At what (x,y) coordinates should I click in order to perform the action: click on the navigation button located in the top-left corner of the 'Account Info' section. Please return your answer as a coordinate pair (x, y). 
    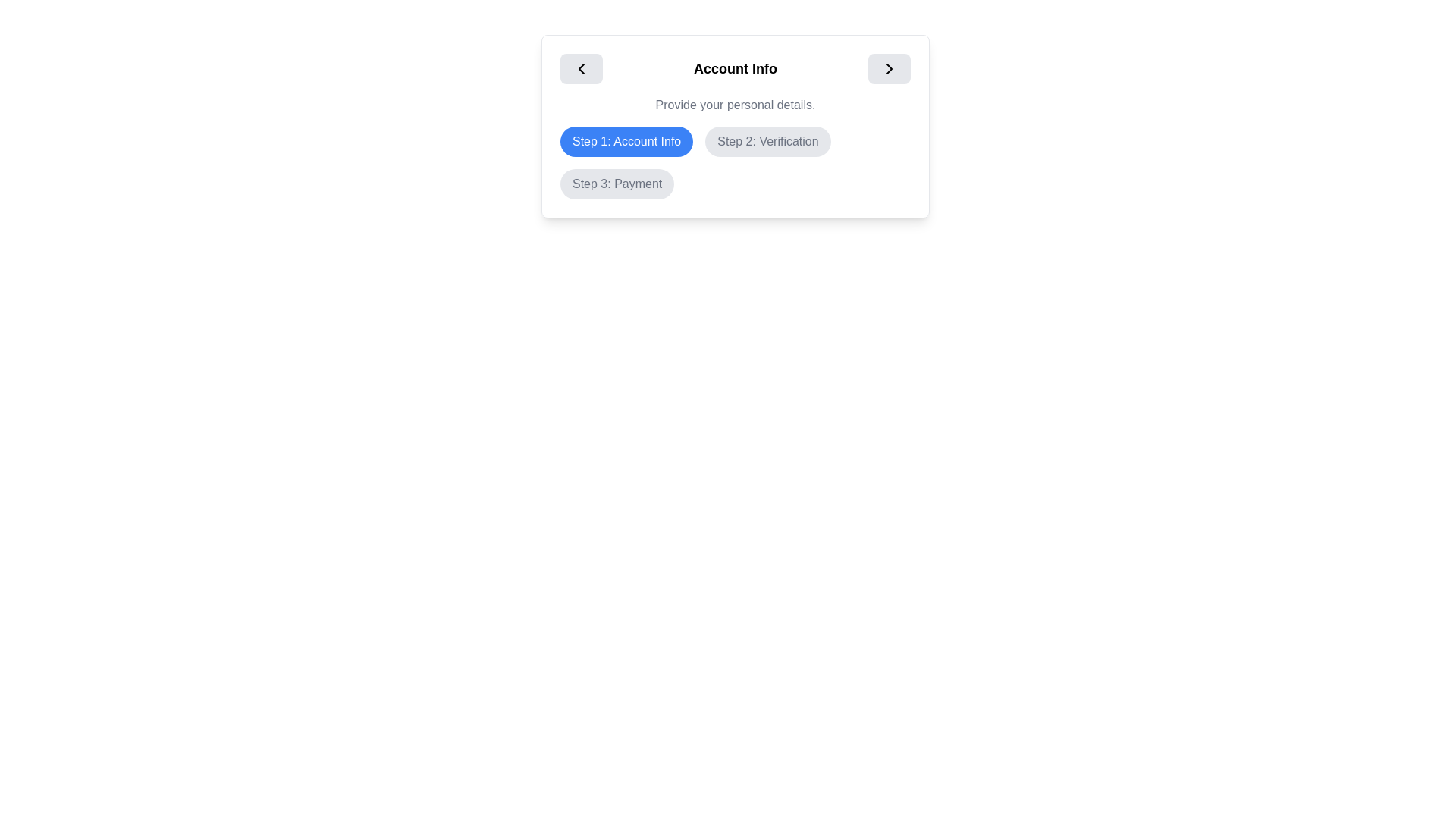
    Looking at the image, I should click on (581, 69).